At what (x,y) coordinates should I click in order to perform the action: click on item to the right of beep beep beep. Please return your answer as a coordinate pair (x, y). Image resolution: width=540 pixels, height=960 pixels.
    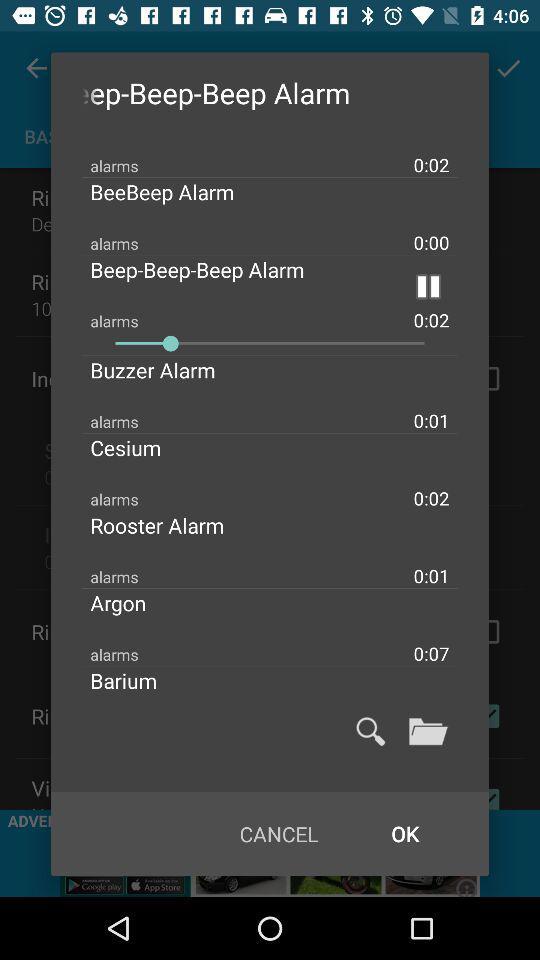
    Looking at the image, I should click on (427, 285).